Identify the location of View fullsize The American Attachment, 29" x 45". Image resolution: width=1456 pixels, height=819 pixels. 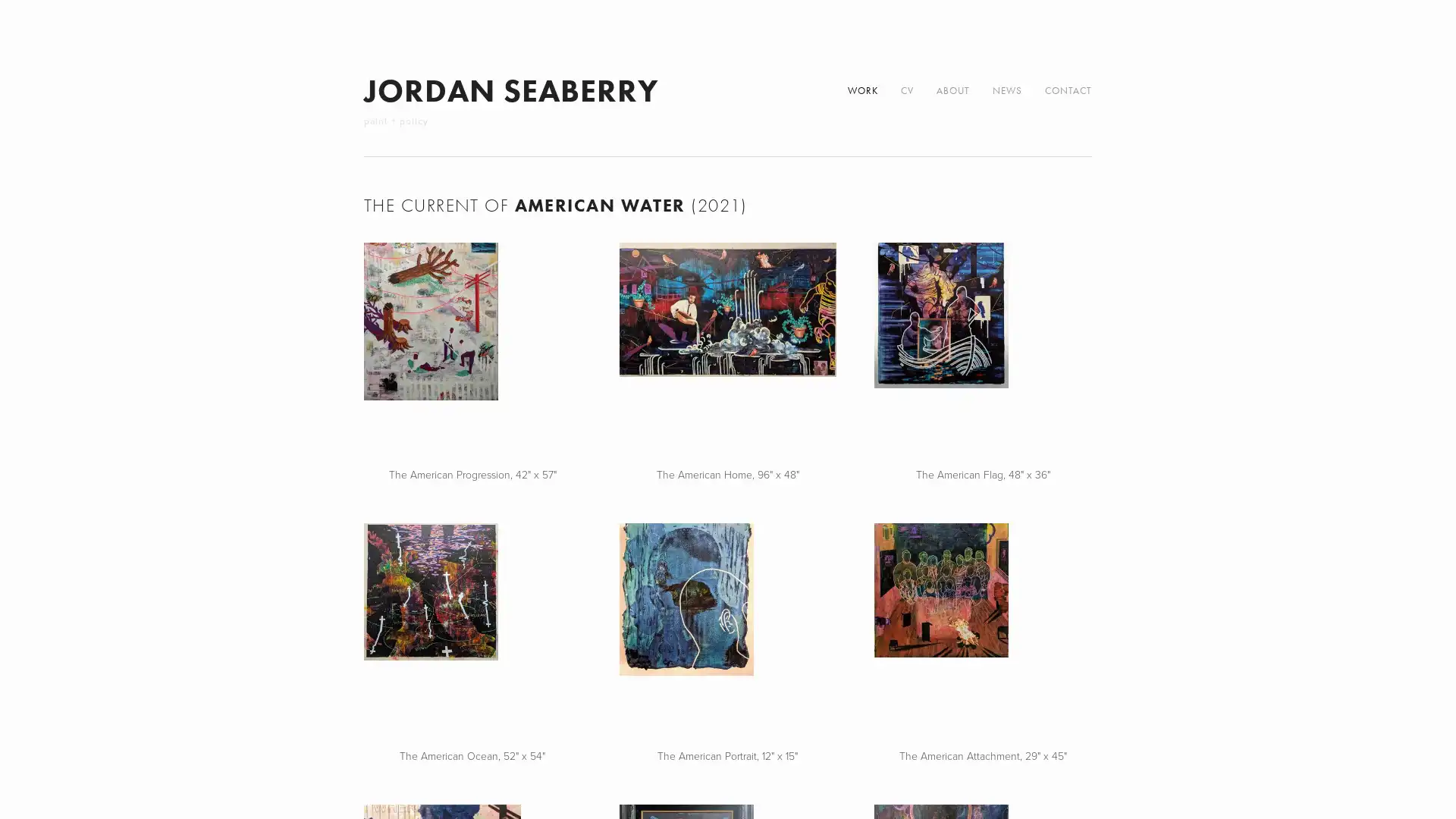
(983, 632).